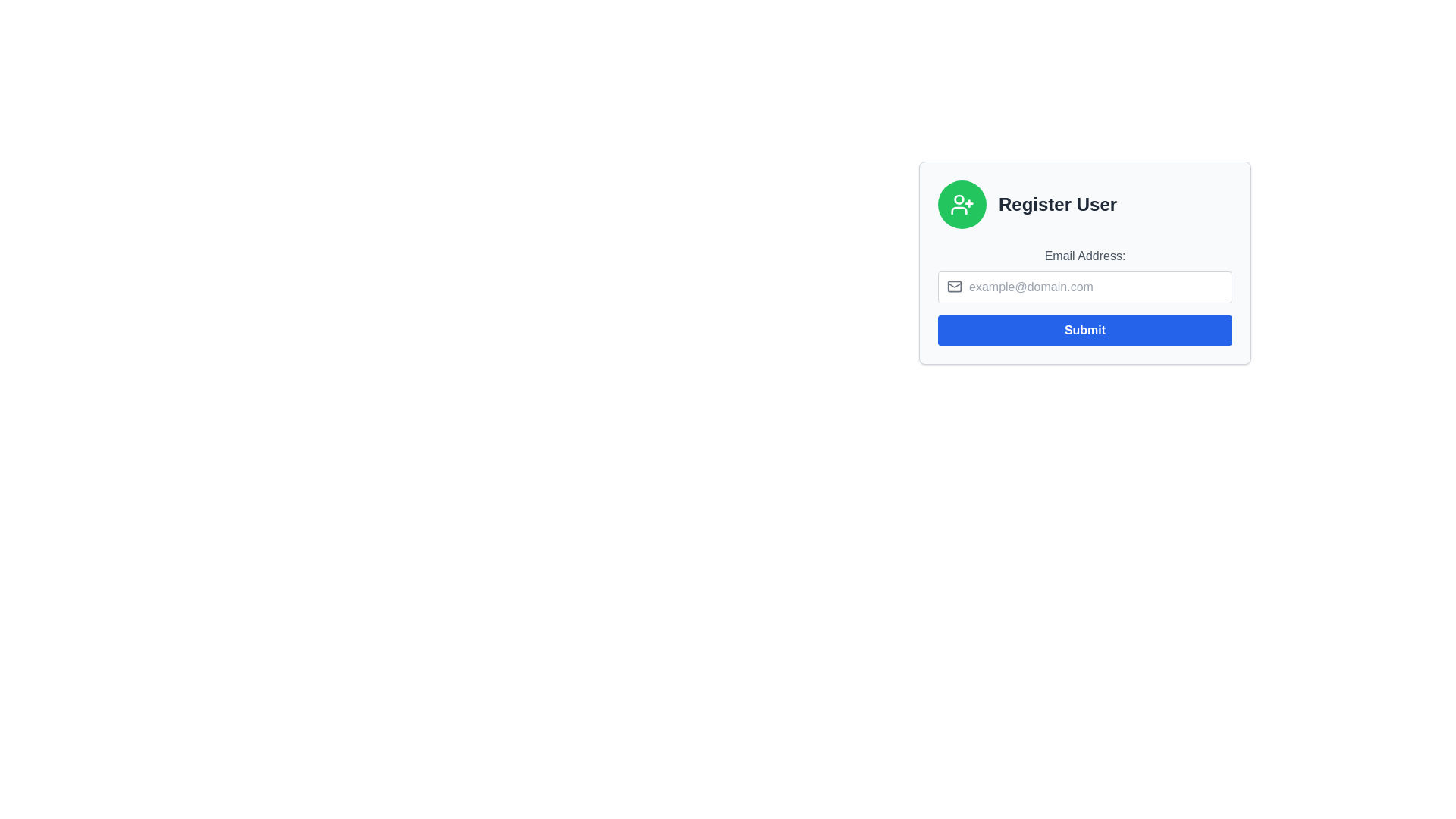  What do you see at coordinates (961, 205) in the screenshot?
I see `the user registration icon located to the left of the 'Register User' text` at bounding box center [961, 205].